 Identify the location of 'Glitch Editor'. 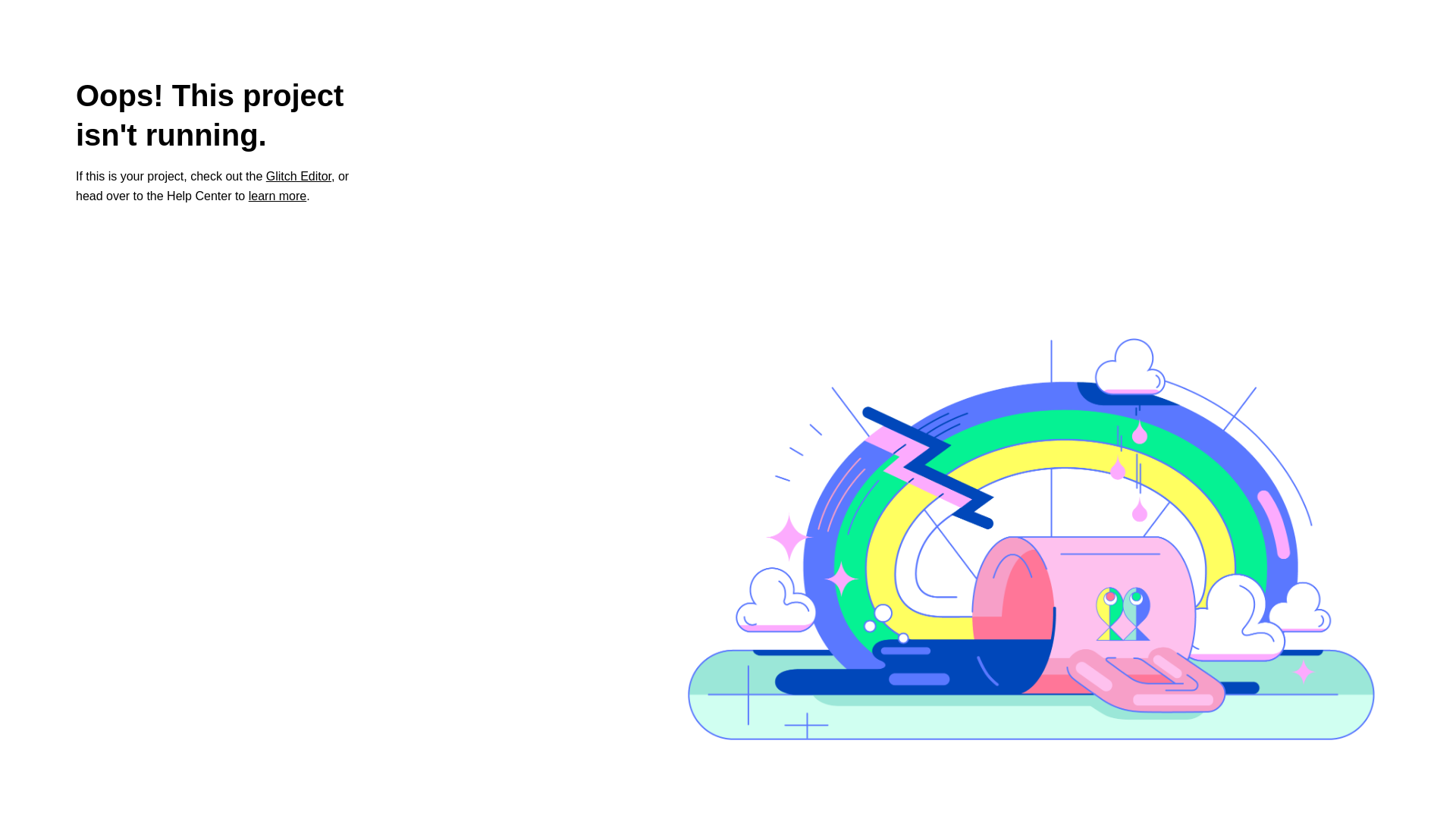
(265, 175).